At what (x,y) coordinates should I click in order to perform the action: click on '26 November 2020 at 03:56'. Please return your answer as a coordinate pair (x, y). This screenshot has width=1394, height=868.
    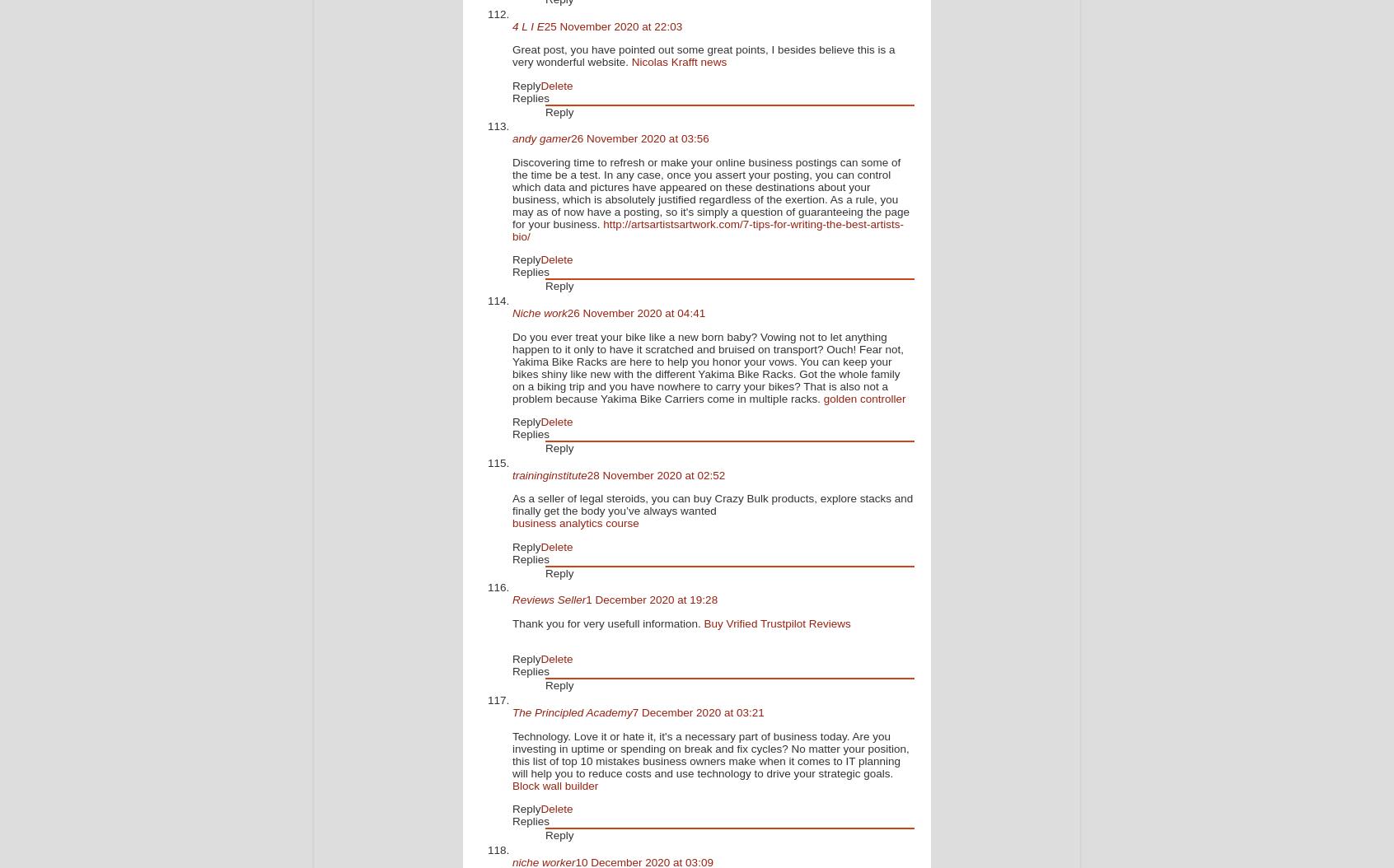
    Looking at the image, I should click on (571, 138).